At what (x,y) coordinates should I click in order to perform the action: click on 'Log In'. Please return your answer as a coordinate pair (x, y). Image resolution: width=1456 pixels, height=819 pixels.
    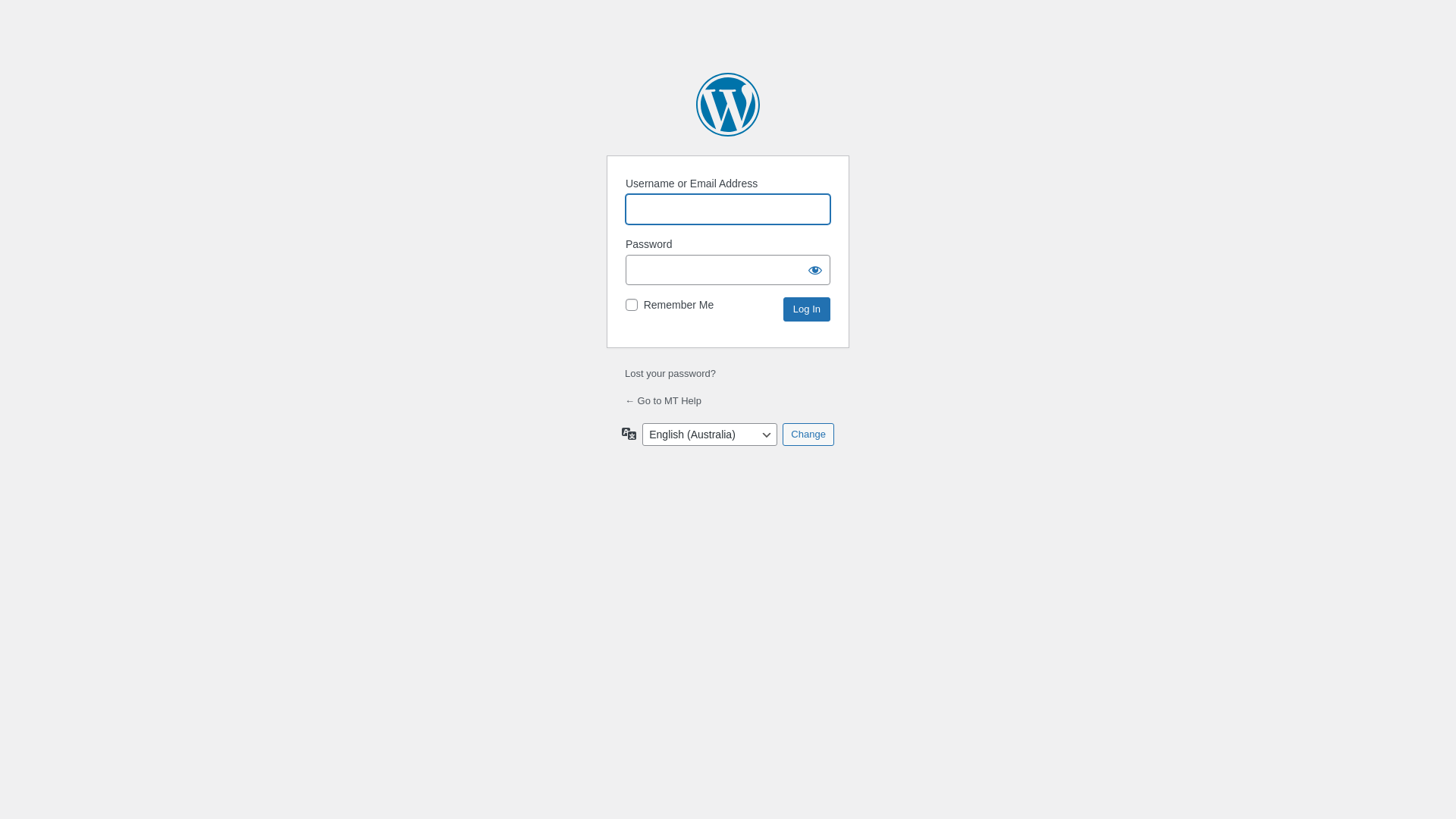
    Looking at the image, I should click on (783, 309).